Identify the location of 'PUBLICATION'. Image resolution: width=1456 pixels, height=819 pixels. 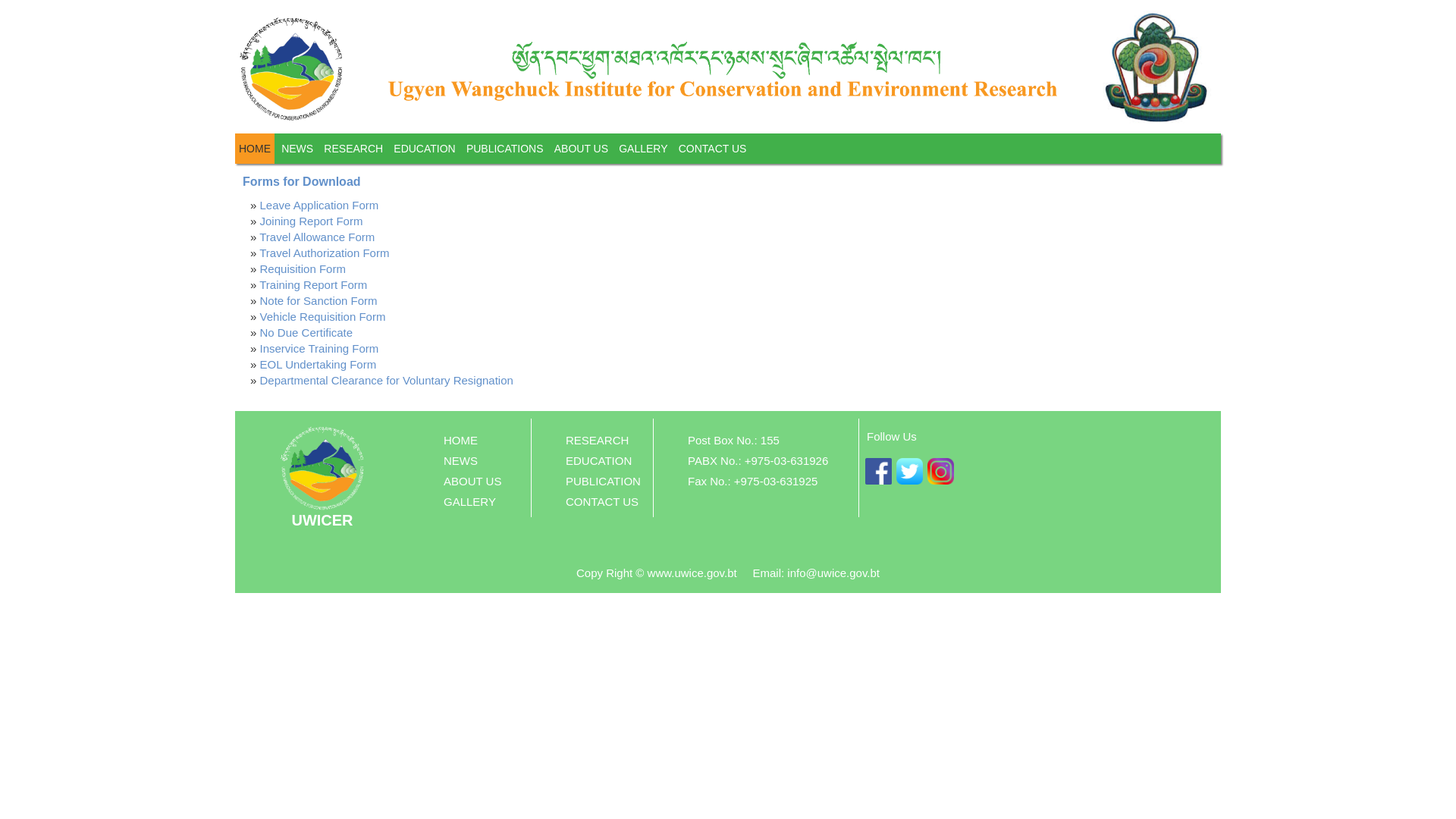
(564, 481).